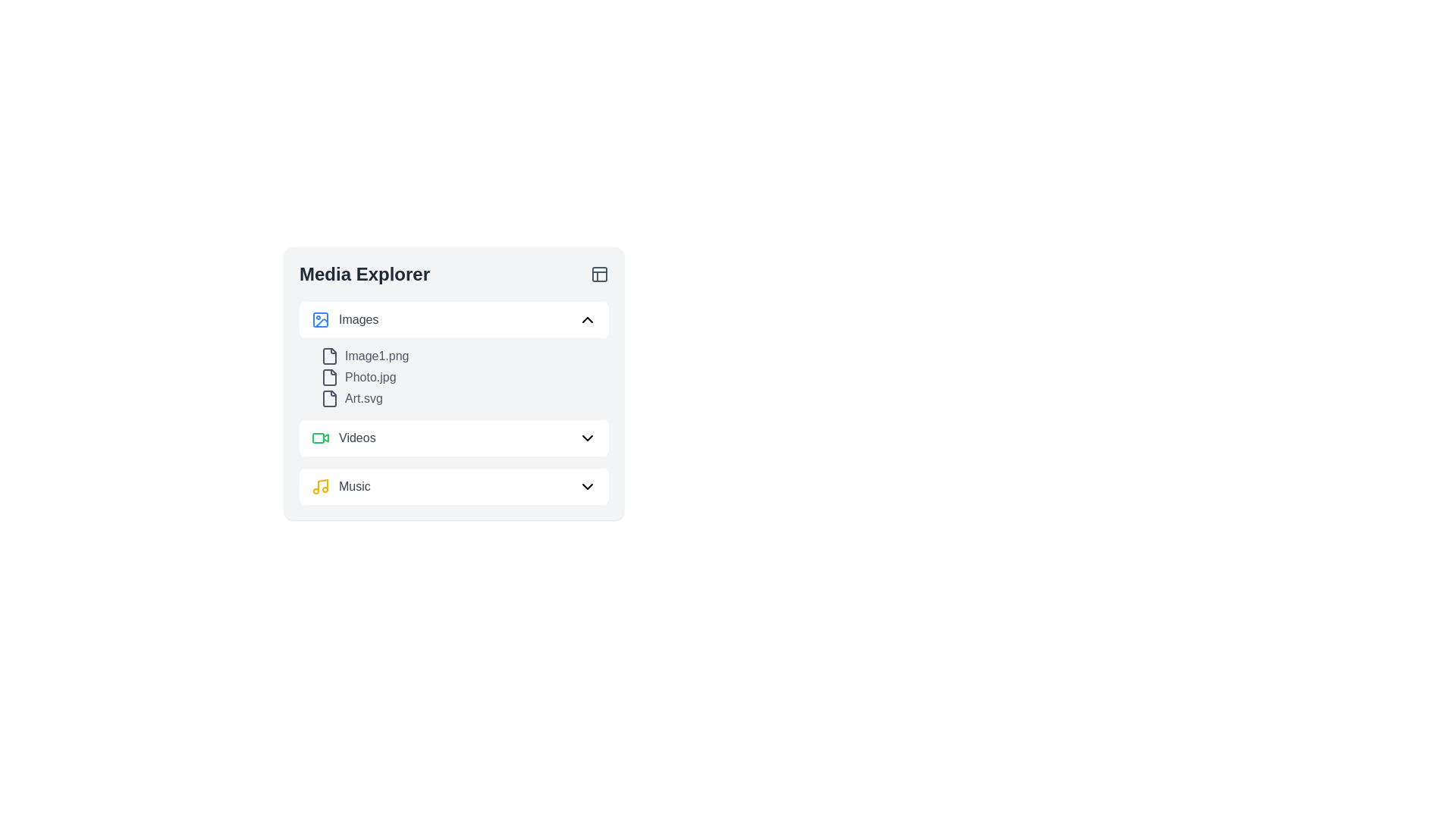  I want to click on the chevron icon pointing upwards on the right side of the 'Images' dropdown, so click(586, 318).